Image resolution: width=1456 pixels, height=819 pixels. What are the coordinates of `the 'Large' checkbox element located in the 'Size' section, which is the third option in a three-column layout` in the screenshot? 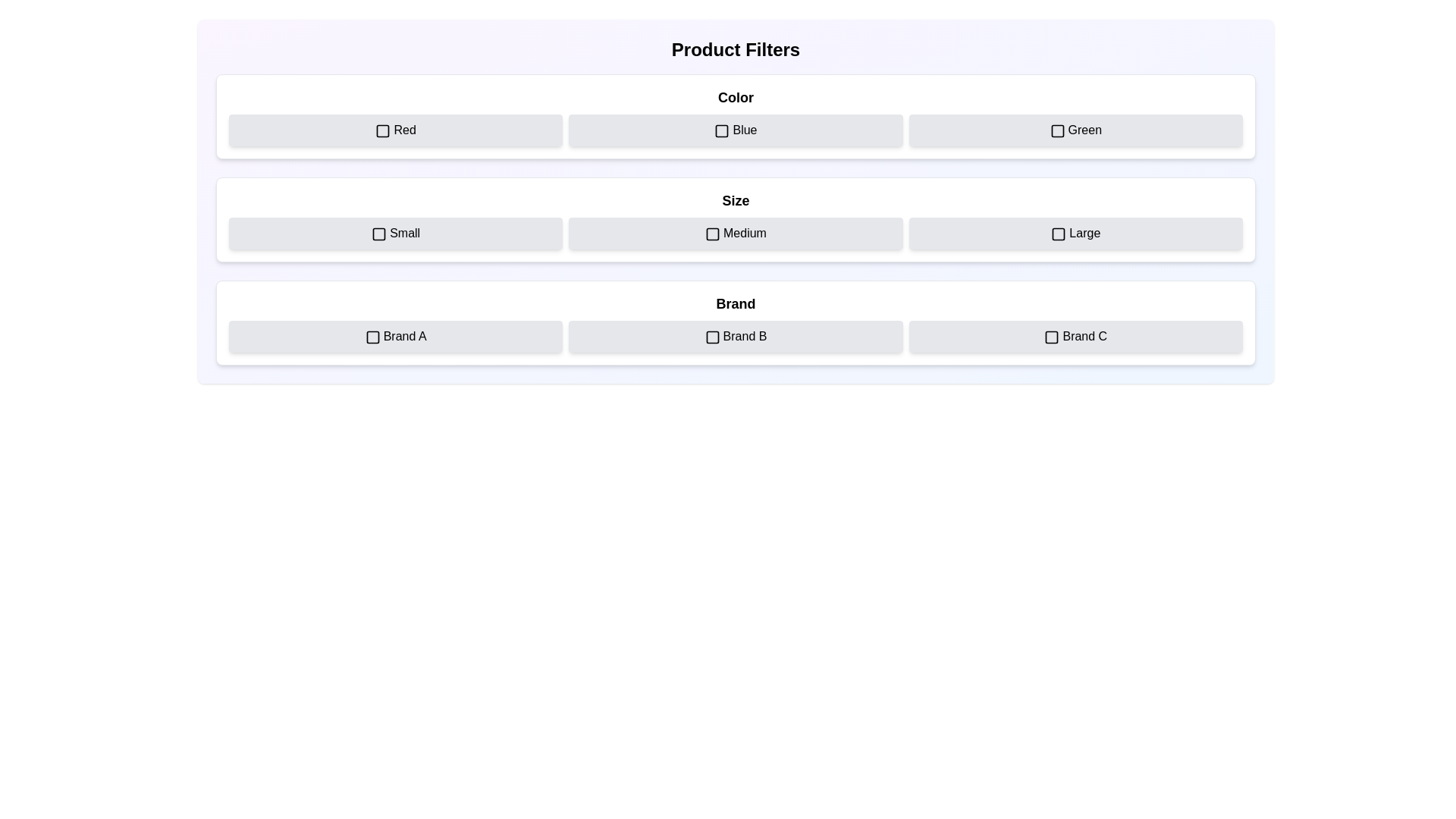 It's located at (1075, 234).